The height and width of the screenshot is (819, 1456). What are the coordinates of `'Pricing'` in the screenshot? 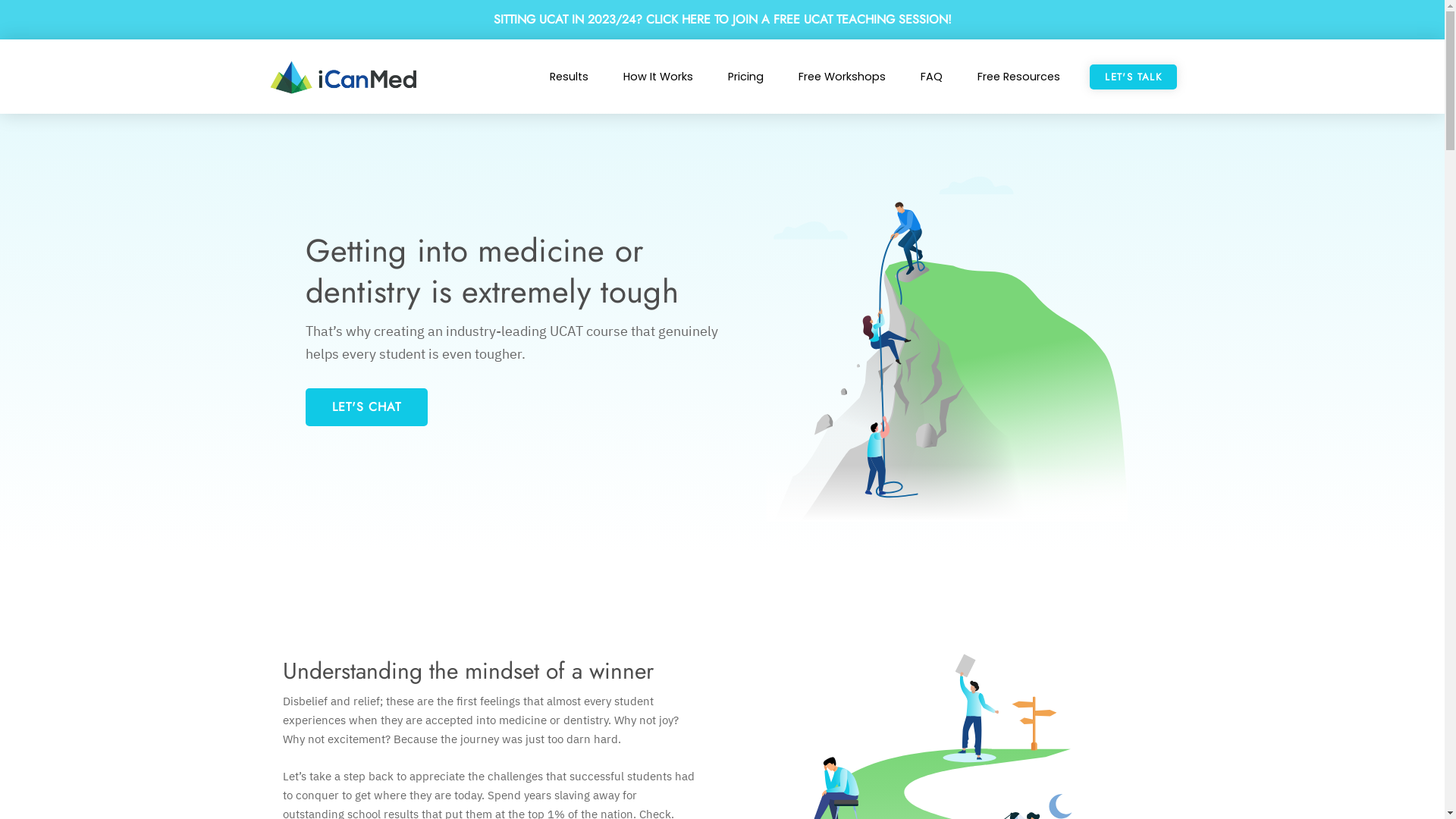 It's located at (745, 76).